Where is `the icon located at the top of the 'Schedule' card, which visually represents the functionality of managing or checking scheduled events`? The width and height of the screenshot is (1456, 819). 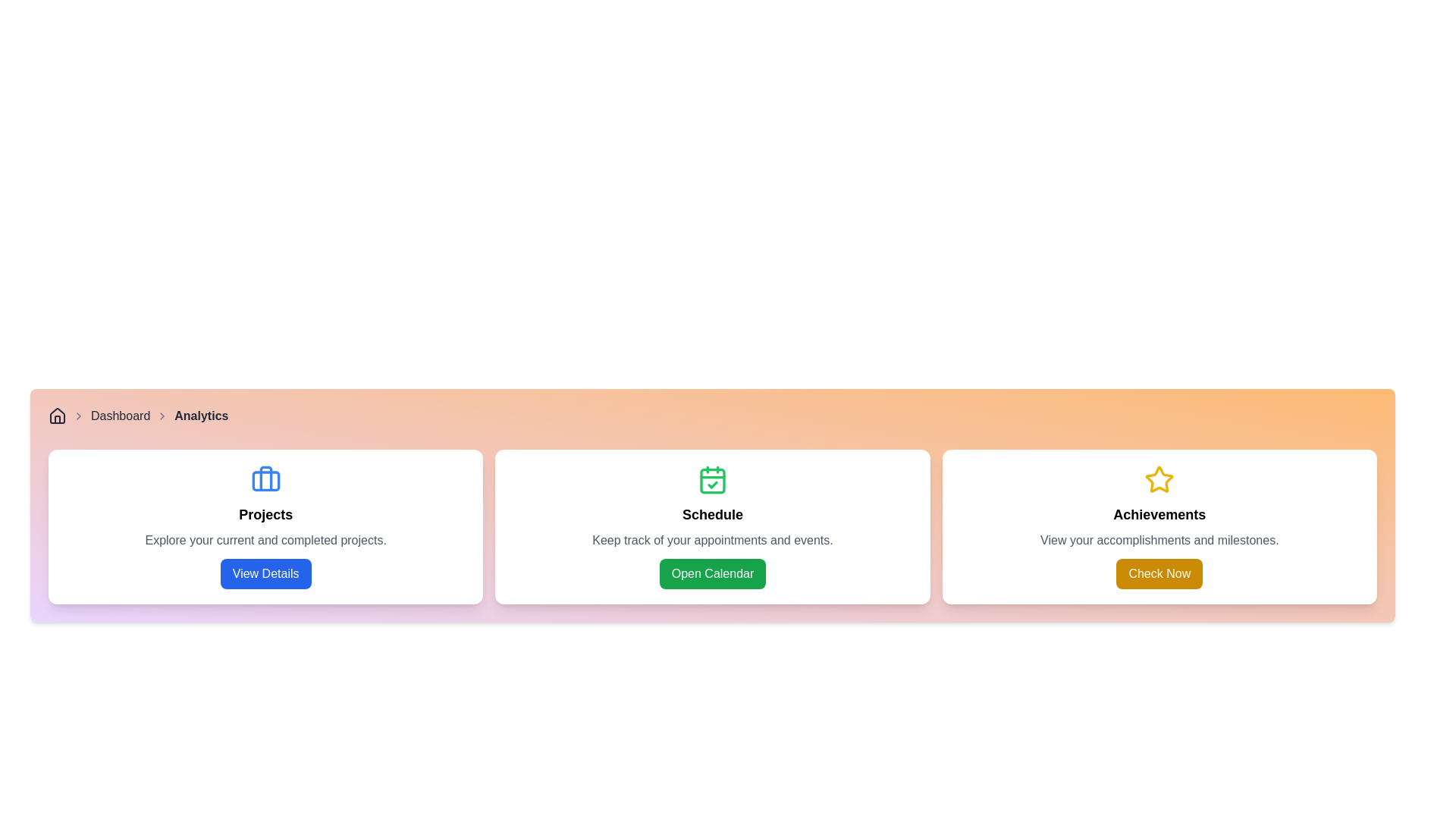 the icon located at the top of the 'Schedule' card, which visually represents the functionality of managing or checking scheduled events is located at coordinates (712, 479).